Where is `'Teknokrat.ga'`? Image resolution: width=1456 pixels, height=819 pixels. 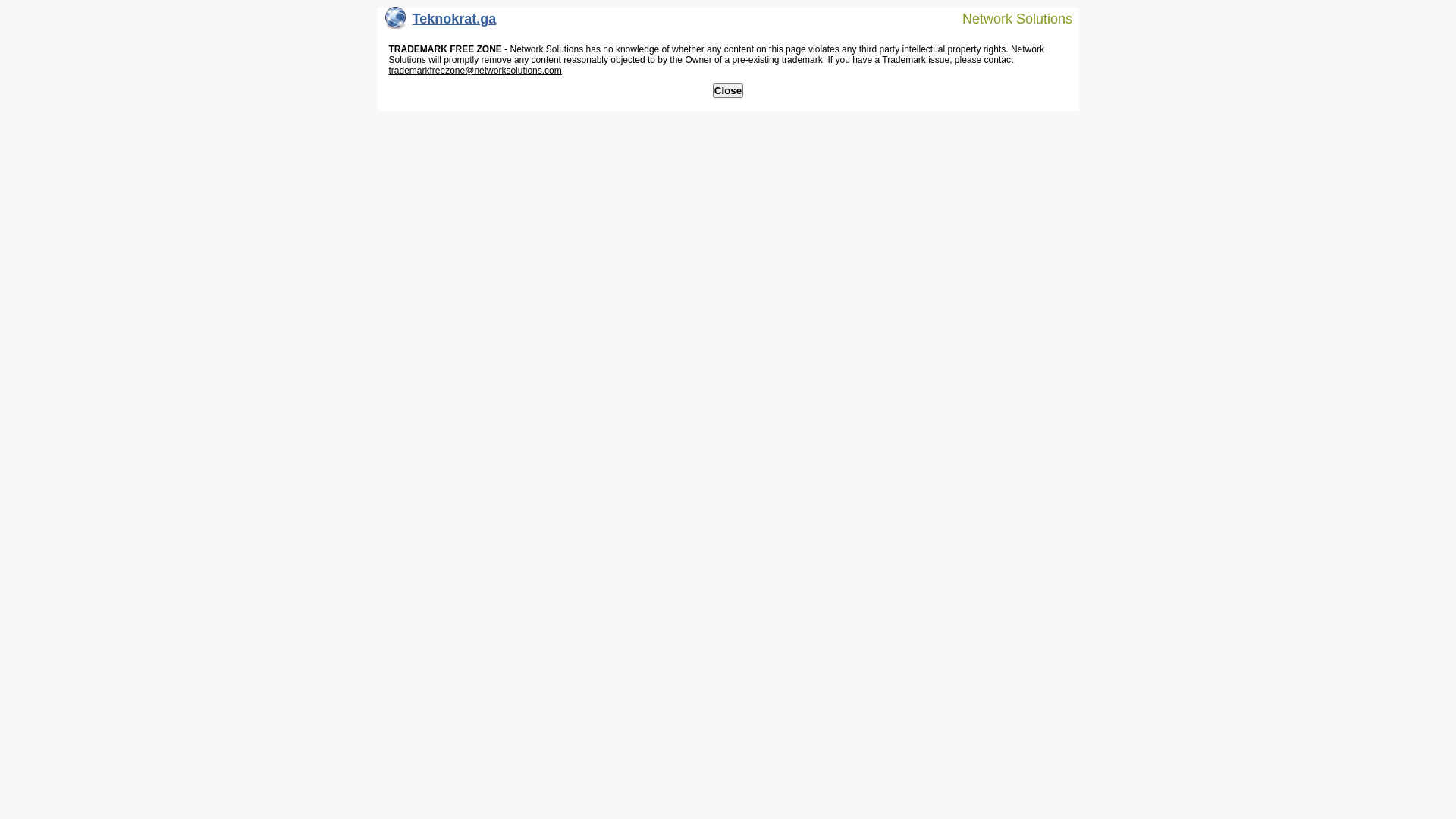
'Teknokrat.ga' is located at coordinates (440, 22).